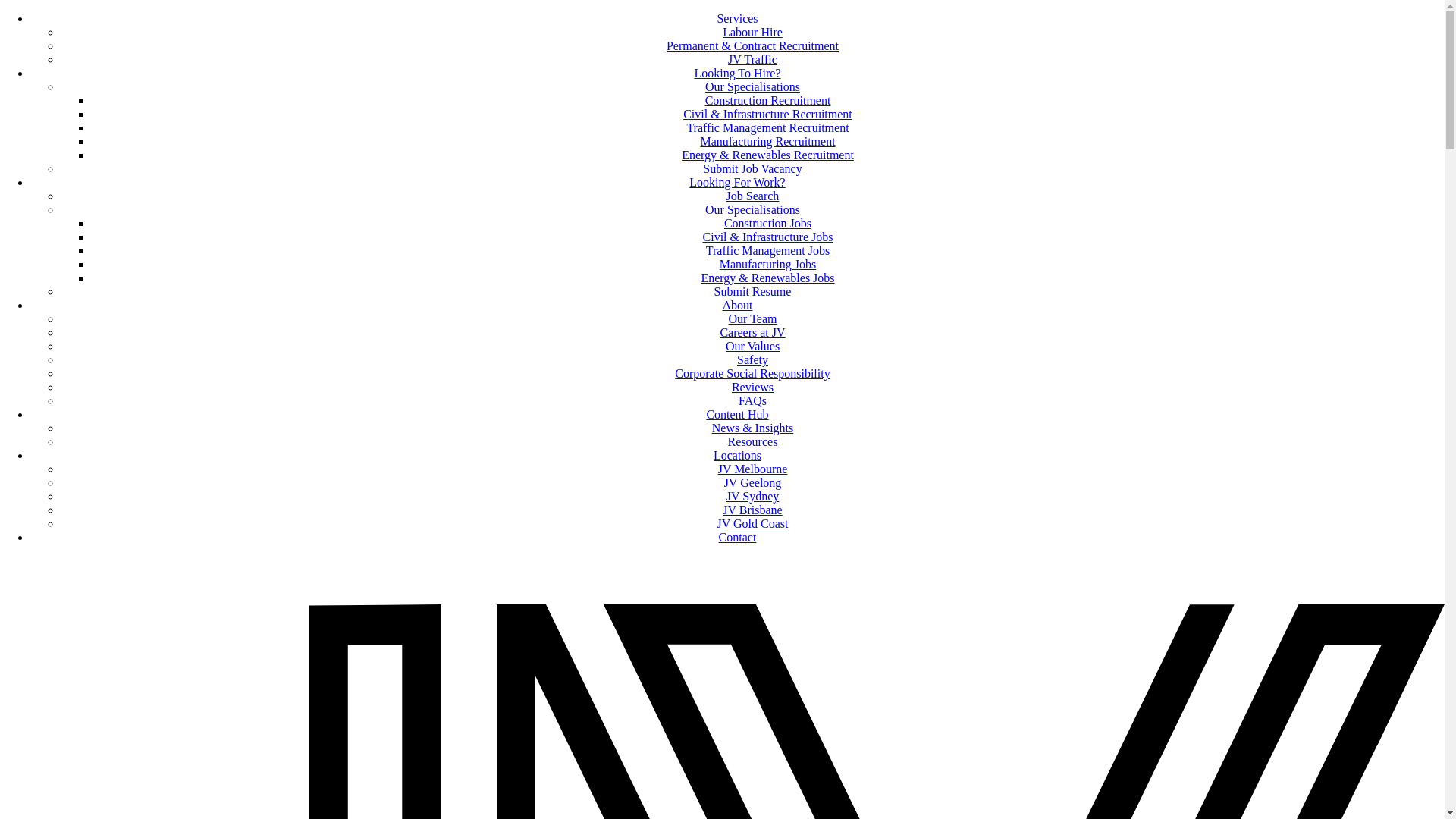 This screenshot has height=819, width=1456. I want to click on 'JV Brisbane', so click(752, 510).